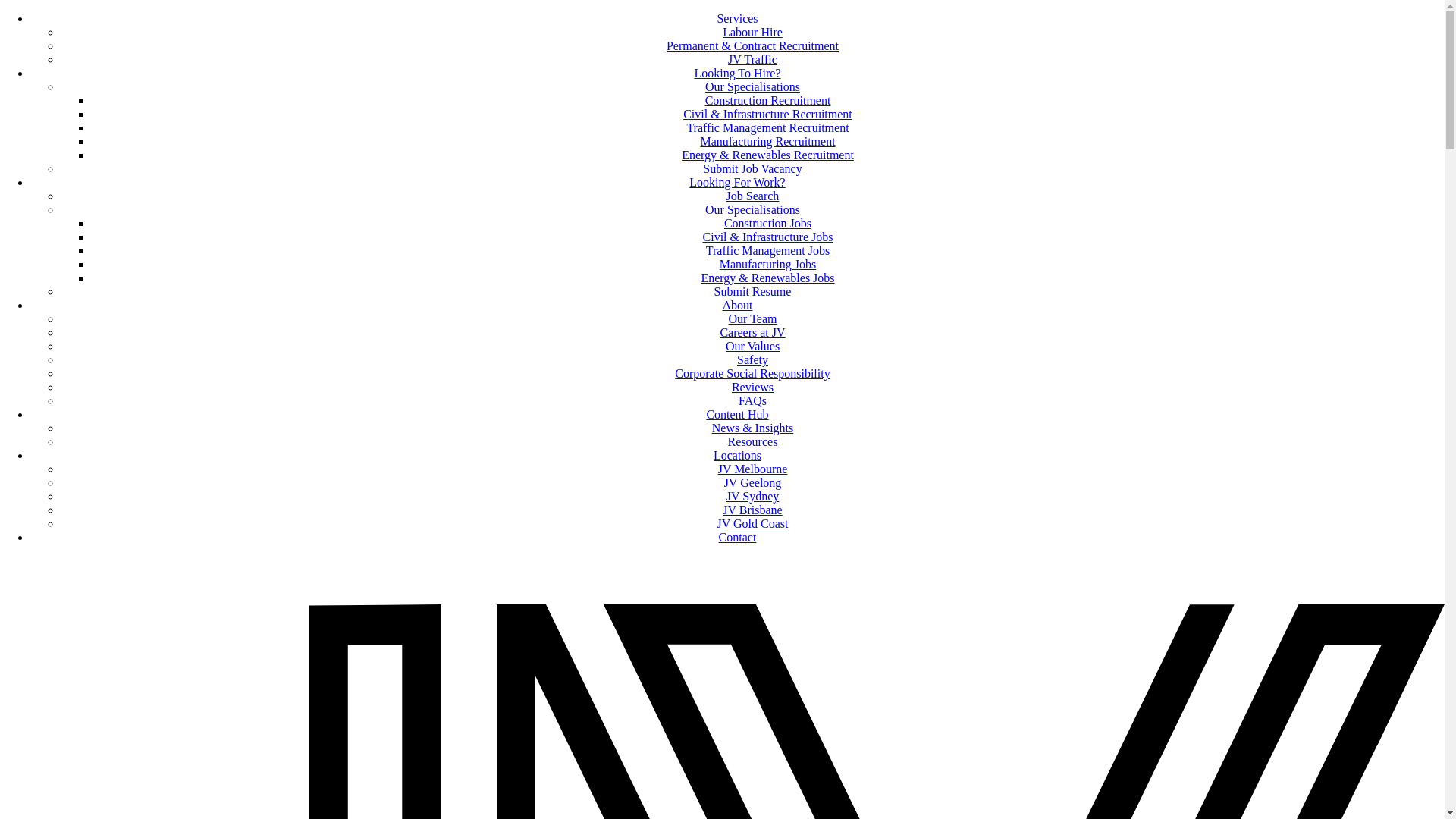 This screenshot has height=819, width=1456. I want to click on 'JV Brisbane', so click(752, 510).